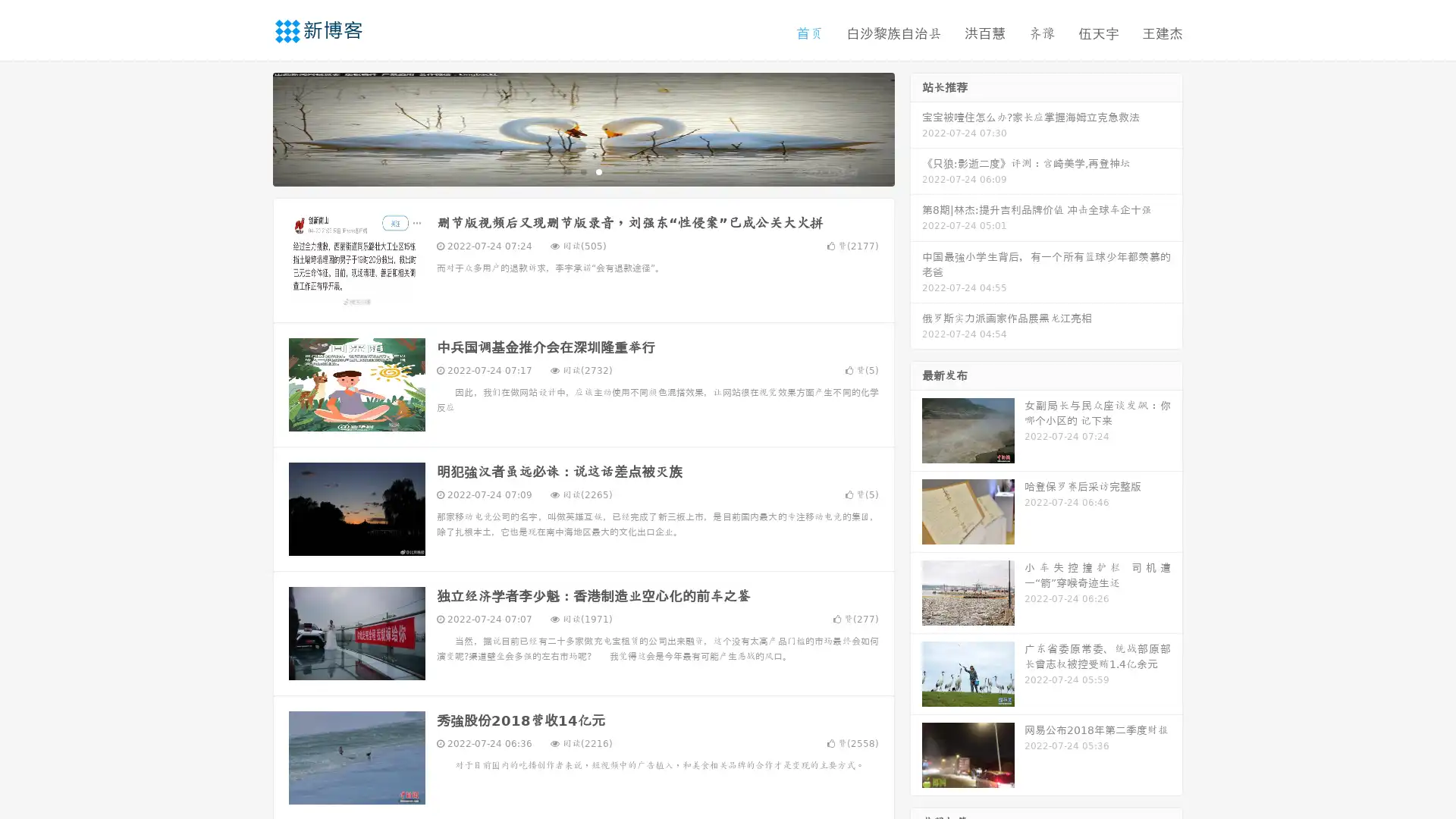 This screenshot has width=1456, height=819. Describe the element at coordinates (582, 171) in the screenshot. I see `Go to slide 2` at that location.